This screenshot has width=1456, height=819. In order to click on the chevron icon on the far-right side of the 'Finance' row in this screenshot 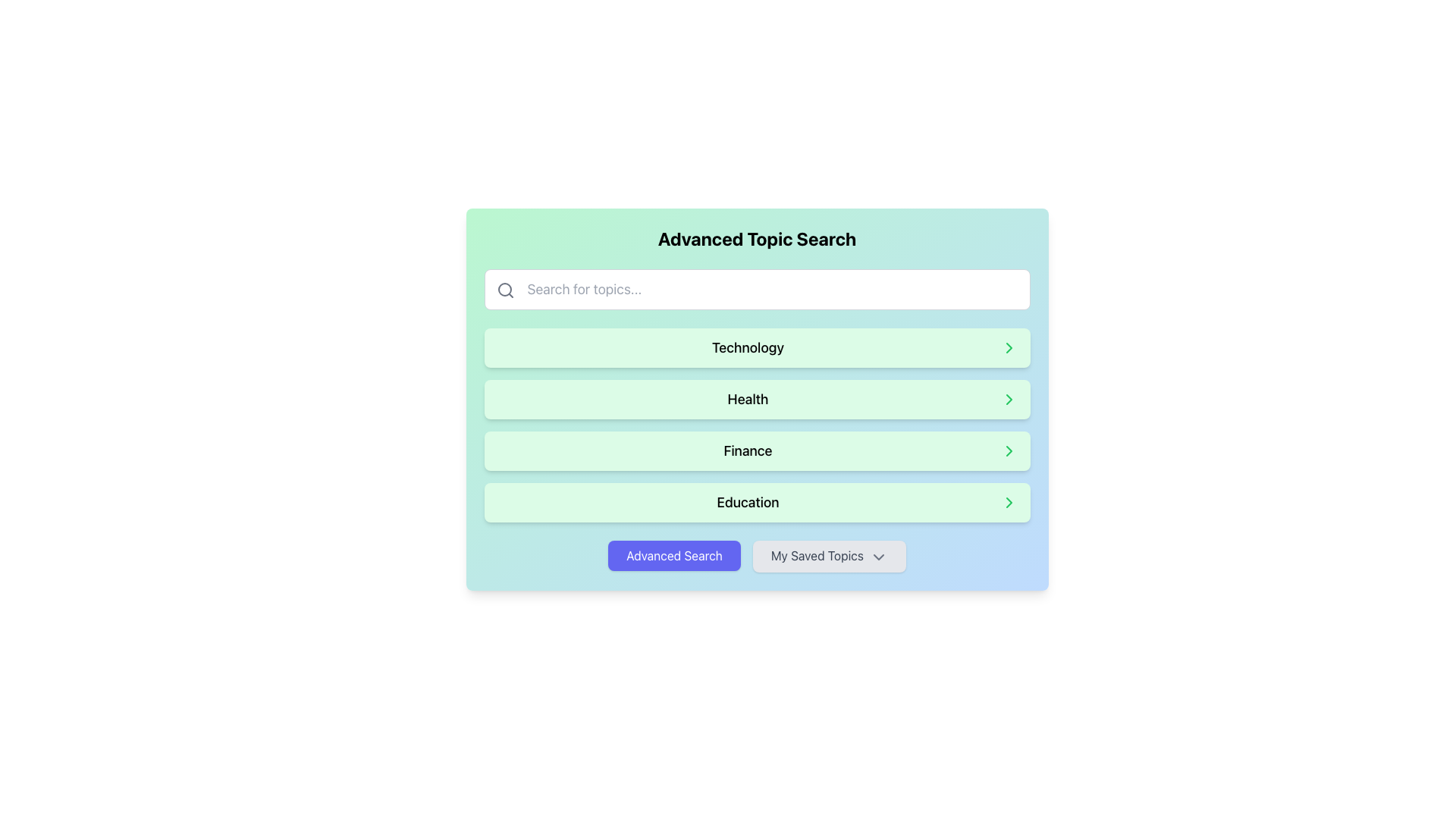, I will do `click(1009, 450)`.